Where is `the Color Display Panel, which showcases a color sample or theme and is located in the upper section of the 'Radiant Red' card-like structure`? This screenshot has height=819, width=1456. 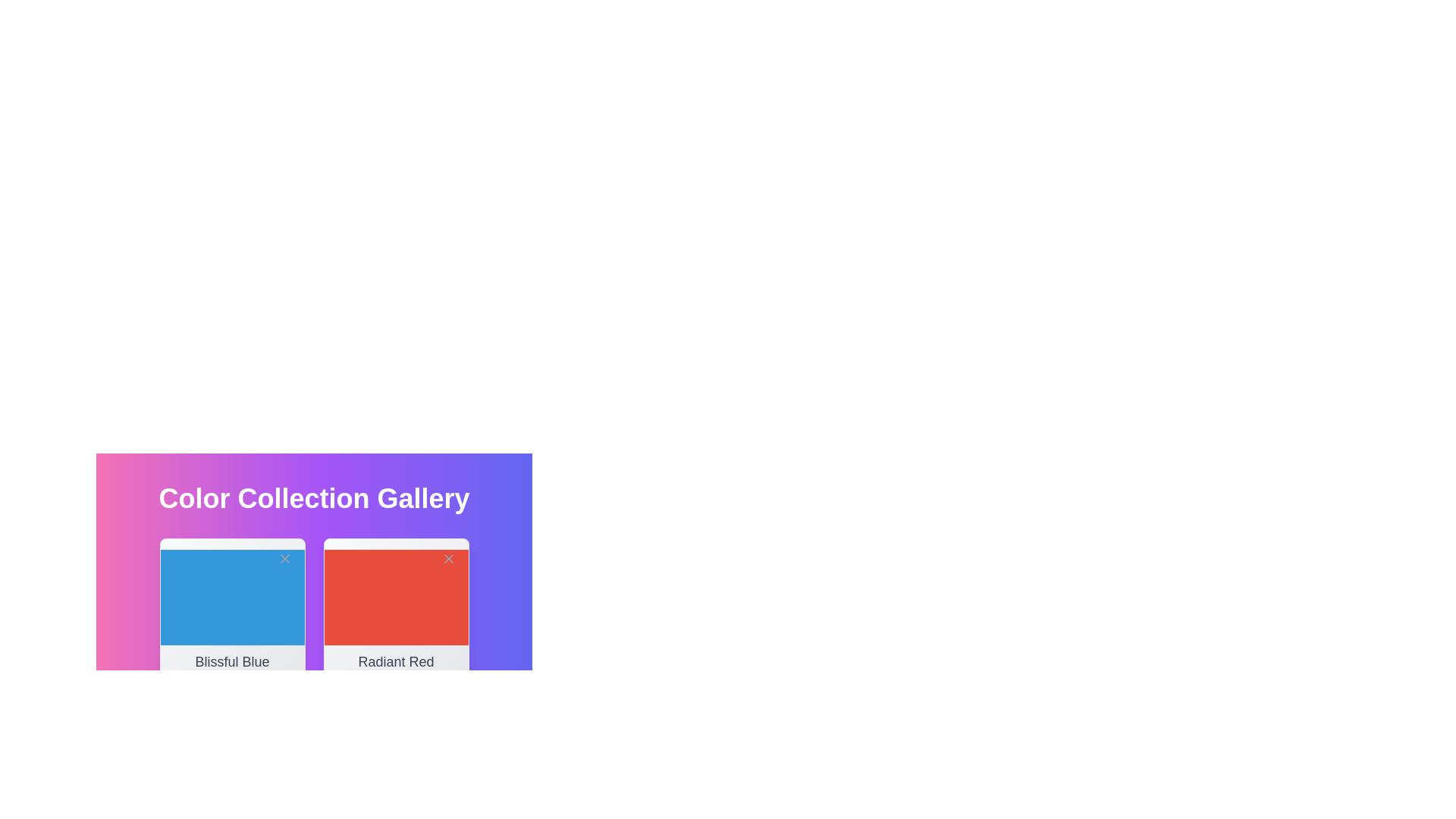
the Color Display Panel, which showcases a color sample or theme and is located in the upper section of the 'Radiant Red' card-like structure is located at coordinates (396, 596).